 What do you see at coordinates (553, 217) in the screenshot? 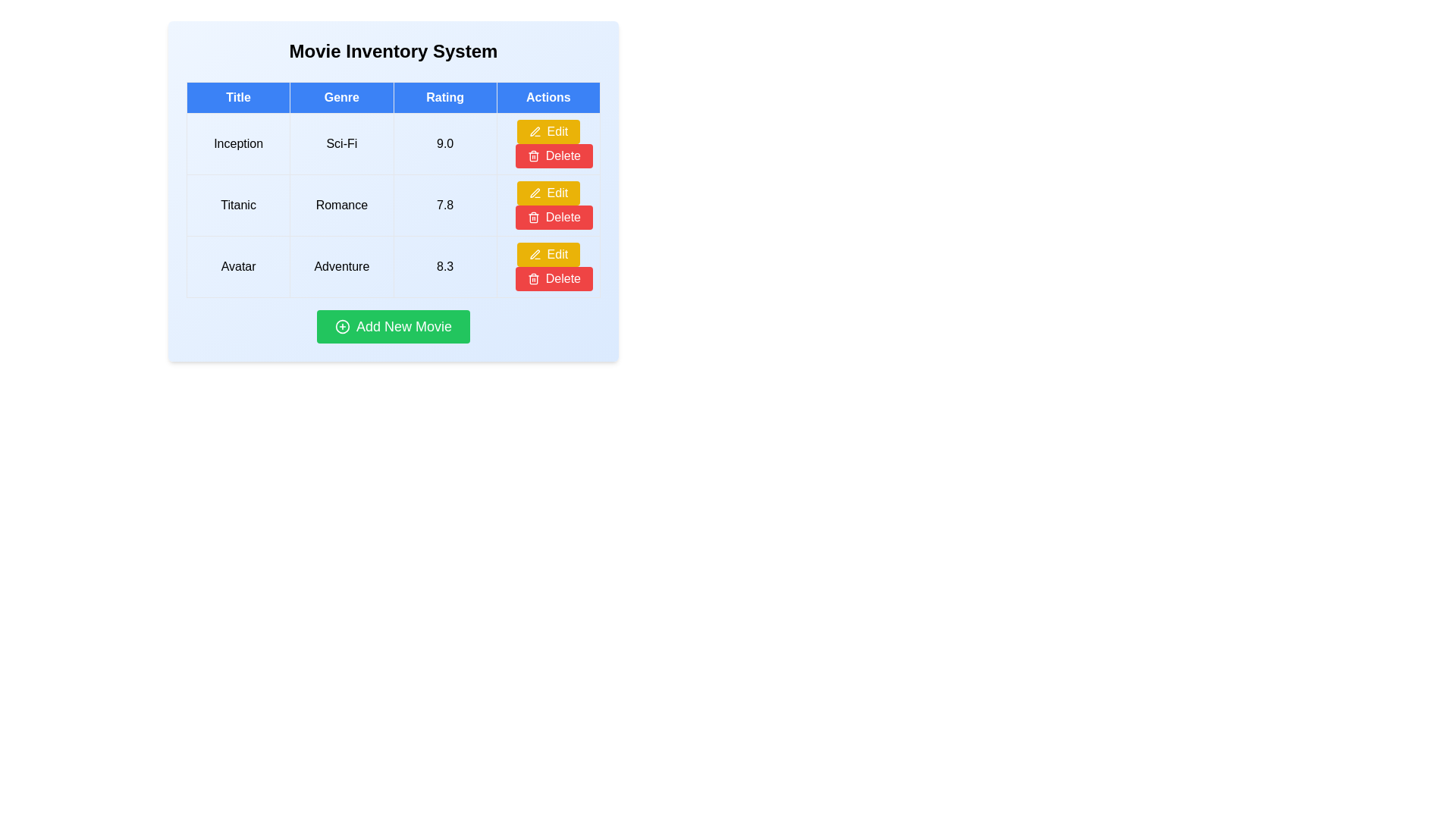
I see `the delete button located in the 'Actions' column of the second row, next to the 'Titanic' movie record, to observe hover effects` at bounding box center [553, 217].